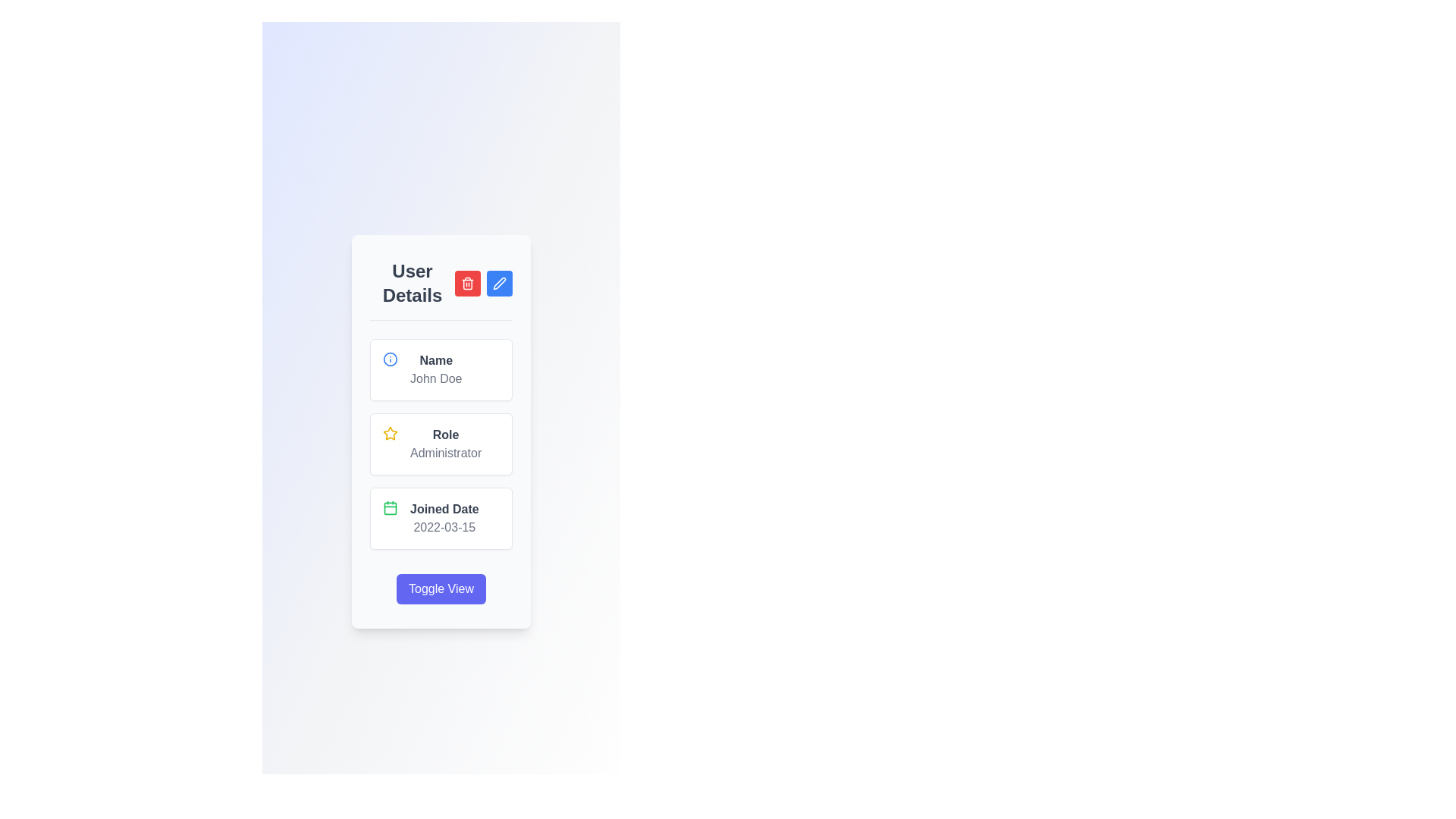 The height and width of the screenshot is (819, 1456). Describe the element at coordinates (499, 283) in the screenshot. I see `the pen icon within the blue button` at that location.